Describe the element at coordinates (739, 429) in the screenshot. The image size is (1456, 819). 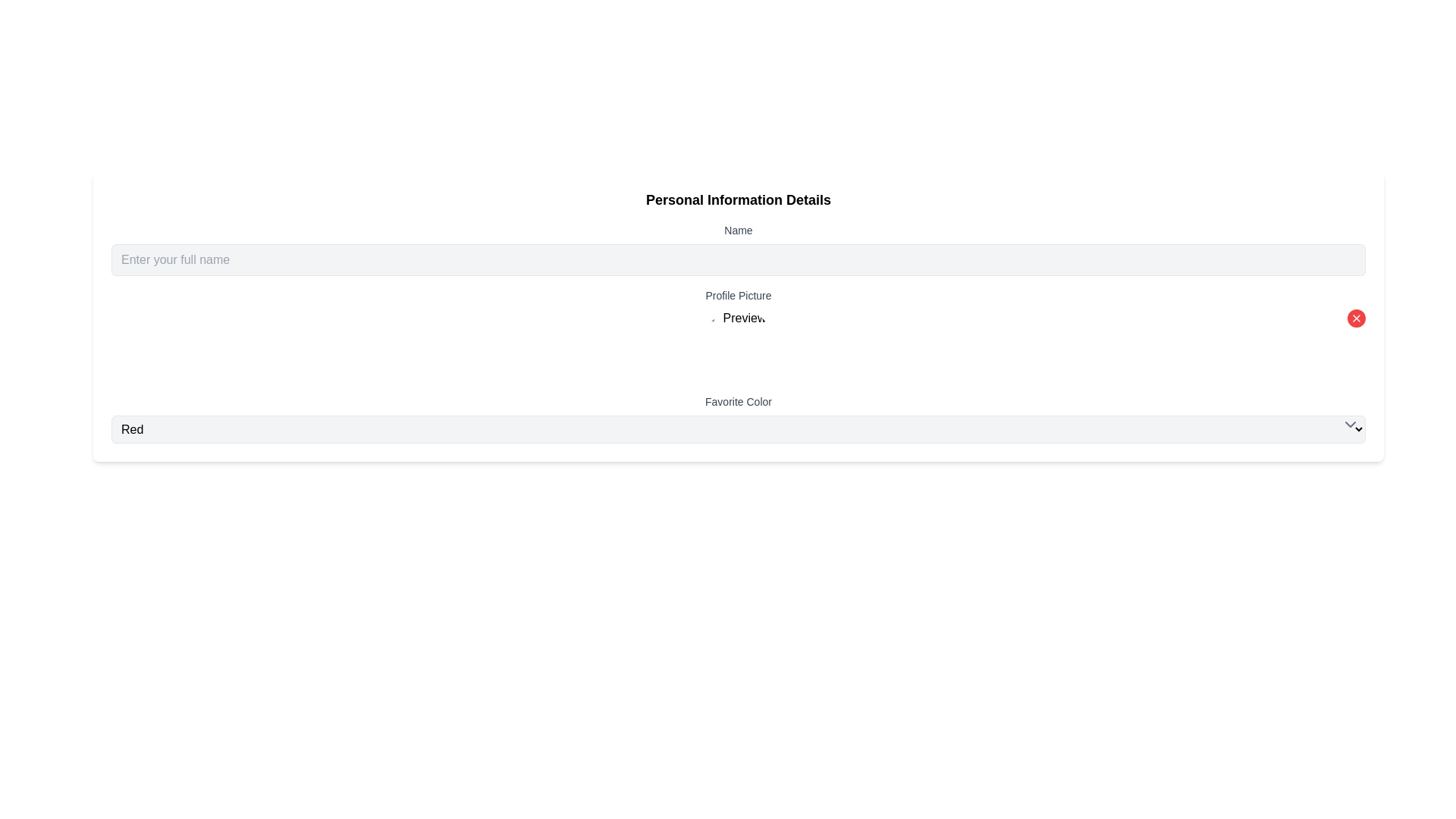
I see `the dropdown menu for accessibility` at that location.